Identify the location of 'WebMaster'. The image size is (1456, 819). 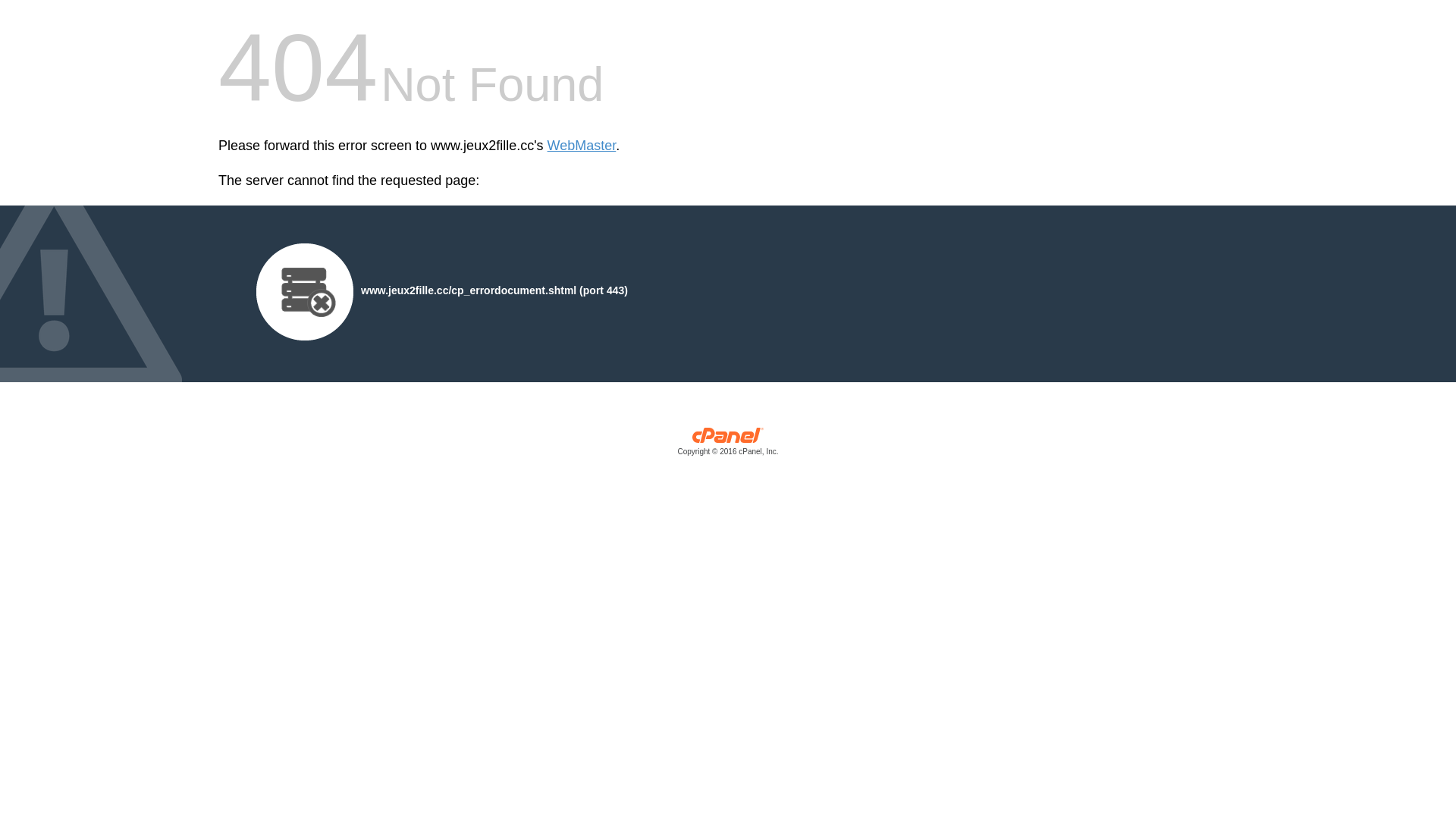
(581, 146).